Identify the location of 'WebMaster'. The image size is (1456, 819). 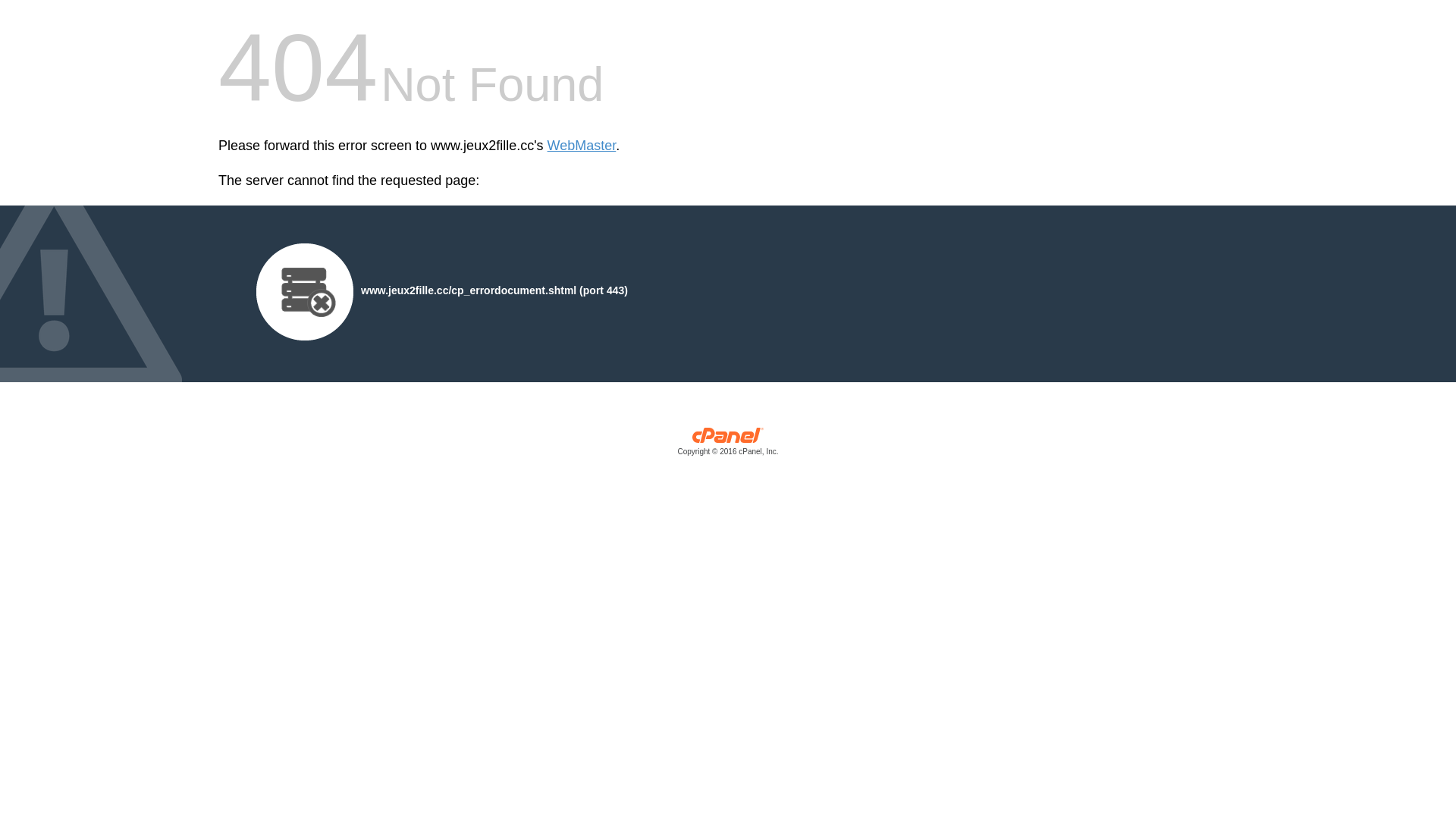
(581, 146).